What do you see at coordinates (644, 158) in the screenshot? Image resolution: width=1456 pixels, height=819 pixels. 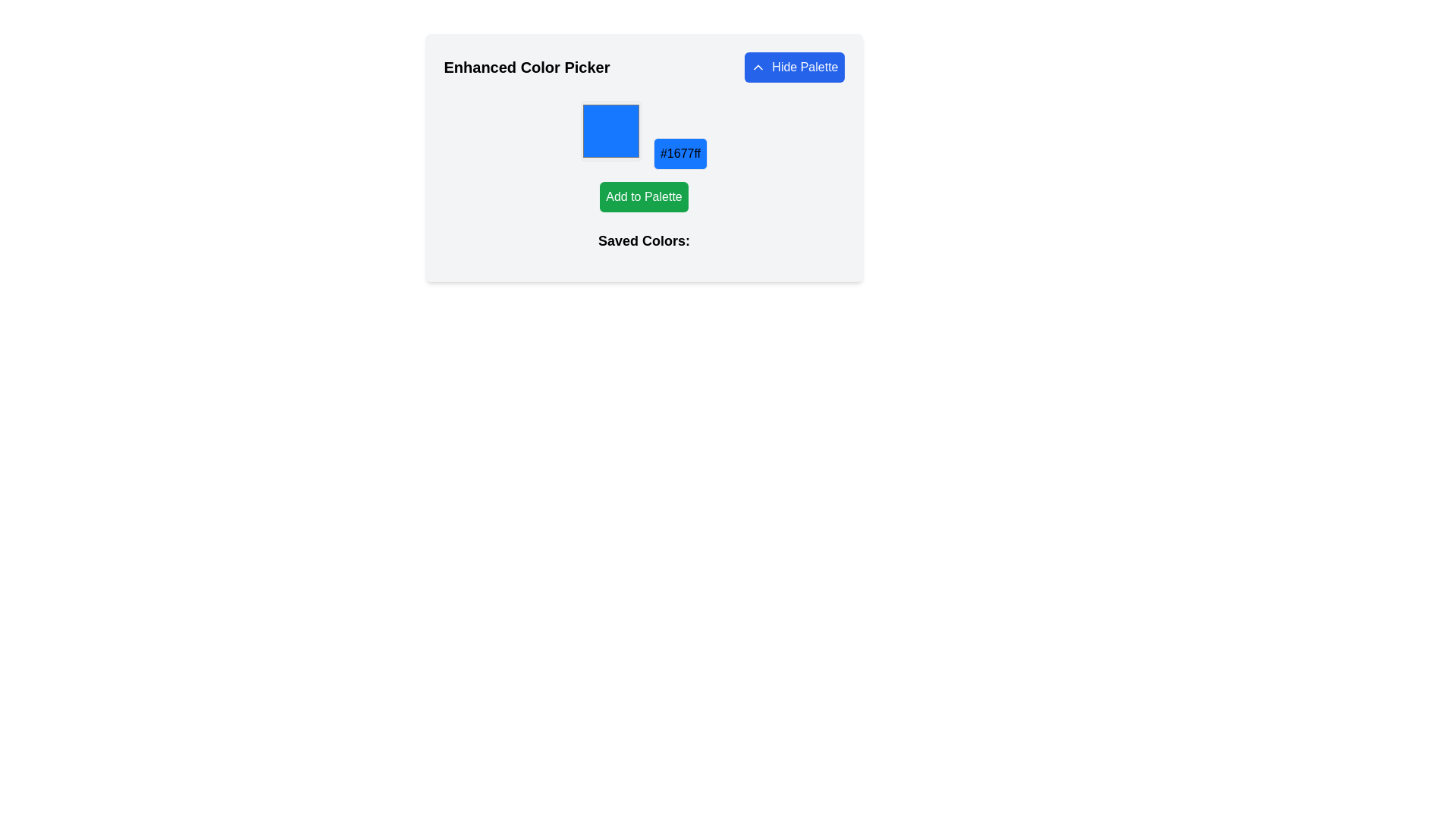 I see `the Color Picker located beneath the 'Enhanced Color Picker' header` at bounding box center [644, 158].